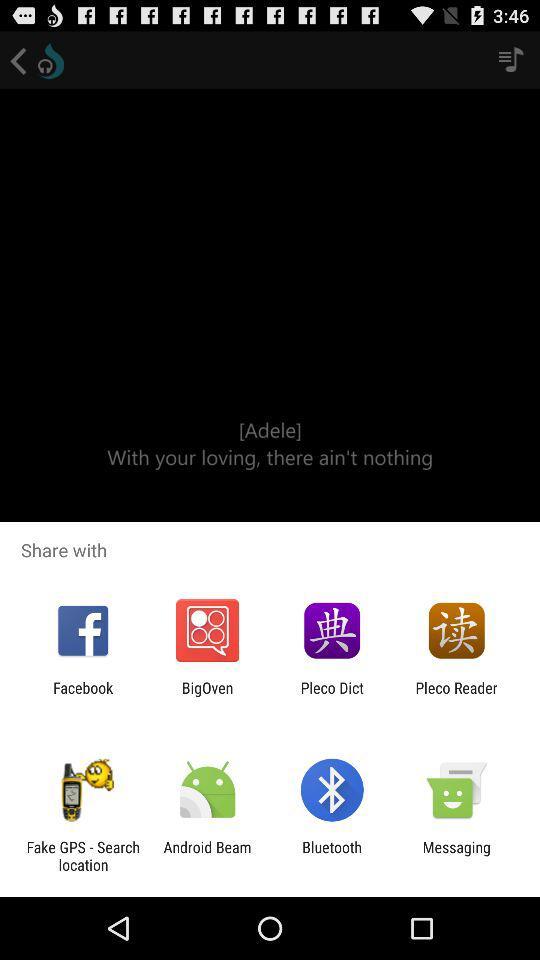  Describe the element at coordinates (206, 855) in the screenshot. I see `app next to fake gps search item` at that location.